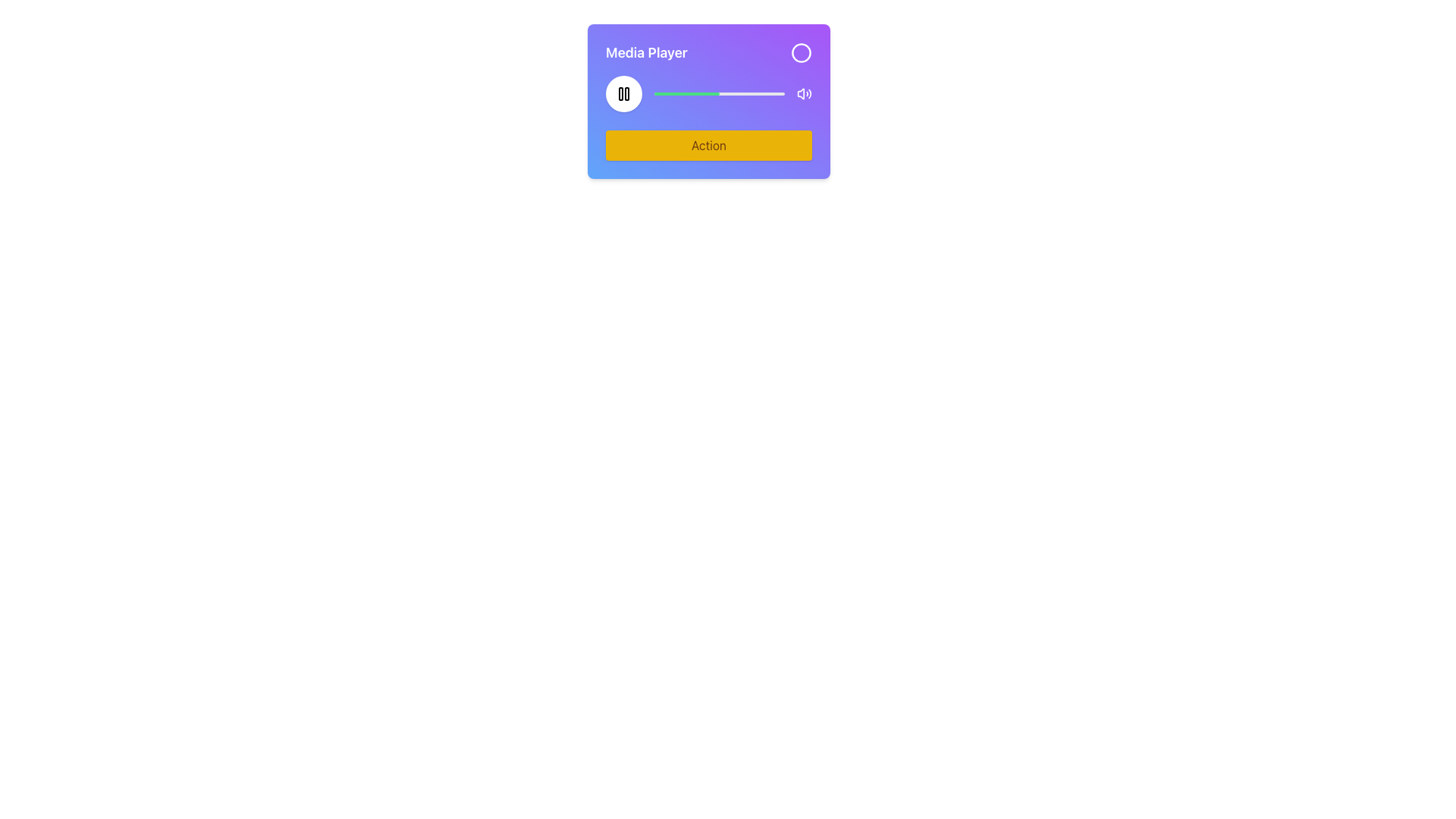 This screenshot has height=819, width=1456. What do you see at coordinates (809, 93) in the screenshot?
I see `outermost sound wave icon of the speaker graphic element located in the top-right section of the media player interface` at bounding box center [809, 93].